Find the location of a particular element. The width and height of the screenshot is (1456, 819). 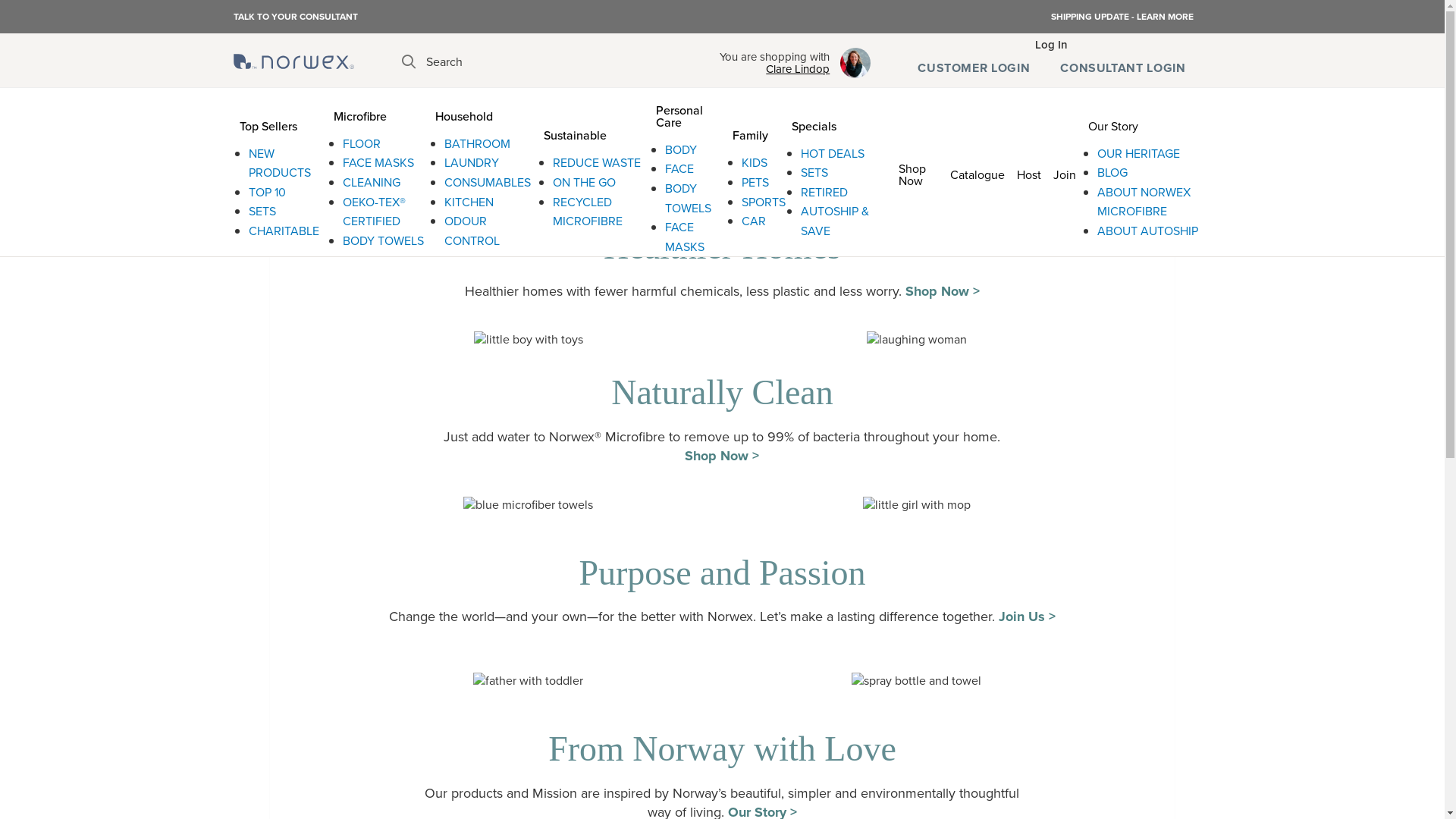

'CUSTOMER LOGIN' is located at coordinates (973, 67).